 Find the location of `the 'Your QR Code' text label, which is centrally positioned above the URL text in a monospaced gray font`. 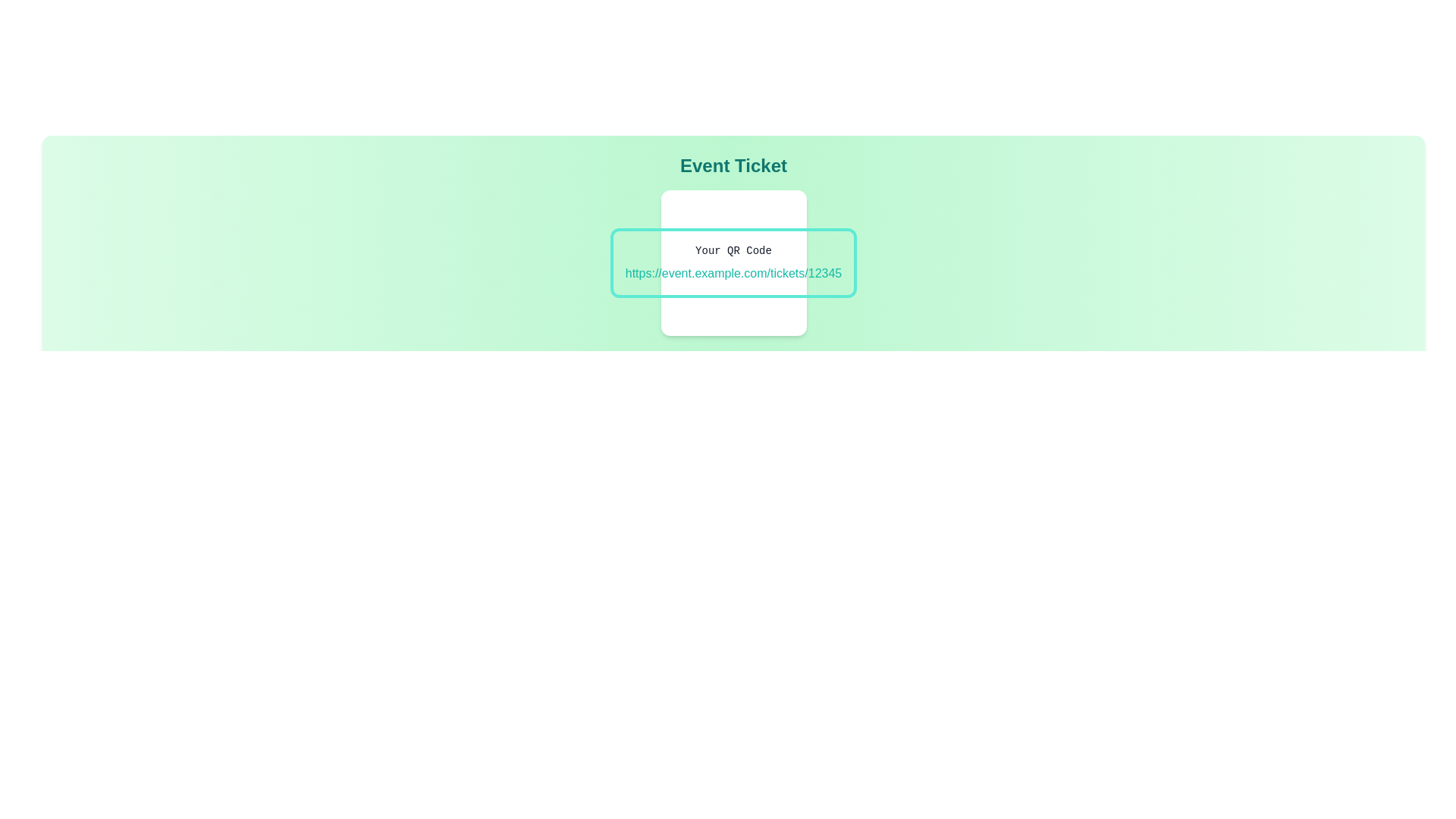

the 'Your QR Code' text label, which is centrally positioned above the URL text in a monospaced gray font is located at coordinates (733, 250).